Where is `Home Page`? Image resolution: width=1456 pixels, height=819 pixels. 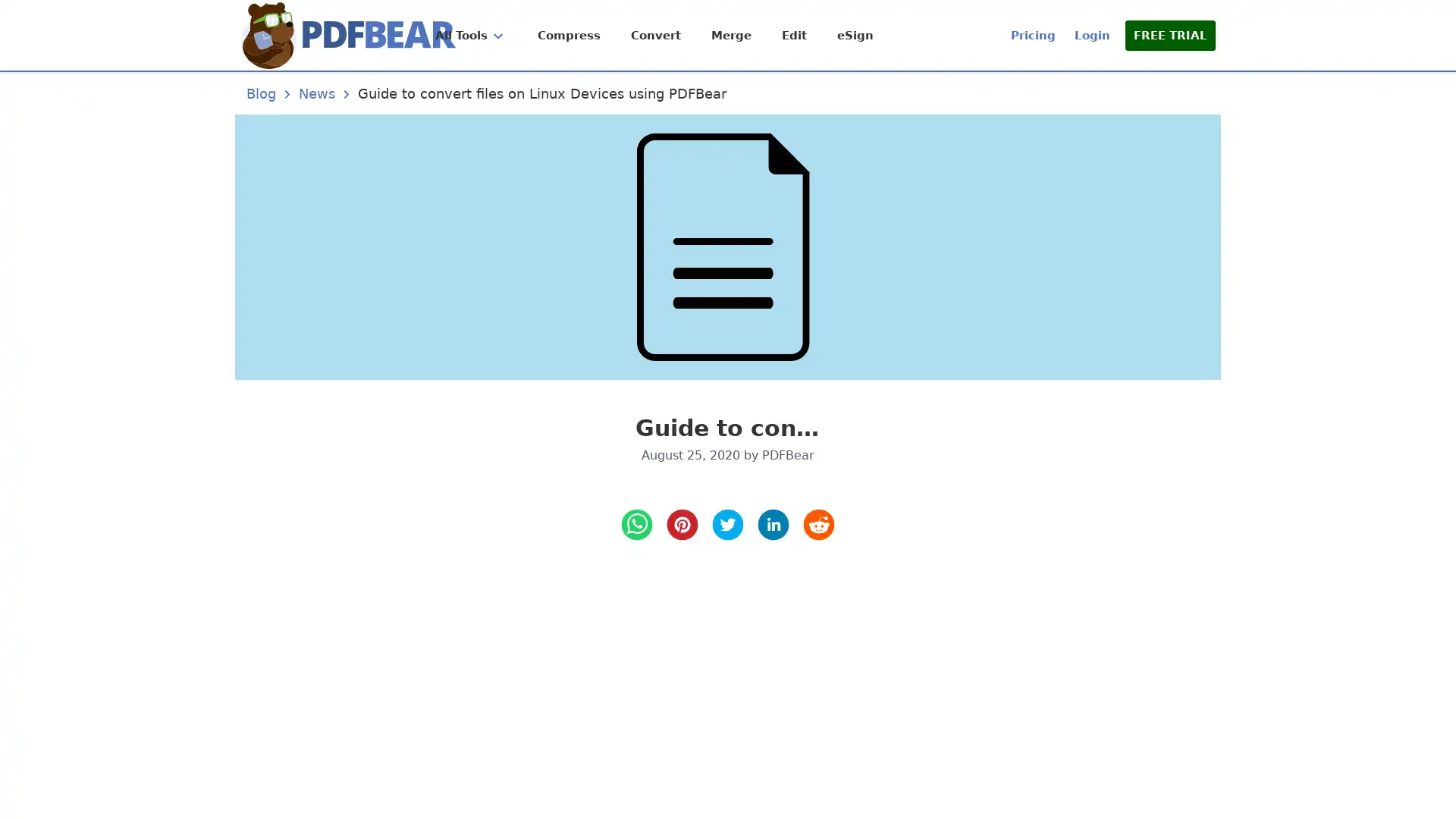 Home Page is located at coordinates (347, 34).